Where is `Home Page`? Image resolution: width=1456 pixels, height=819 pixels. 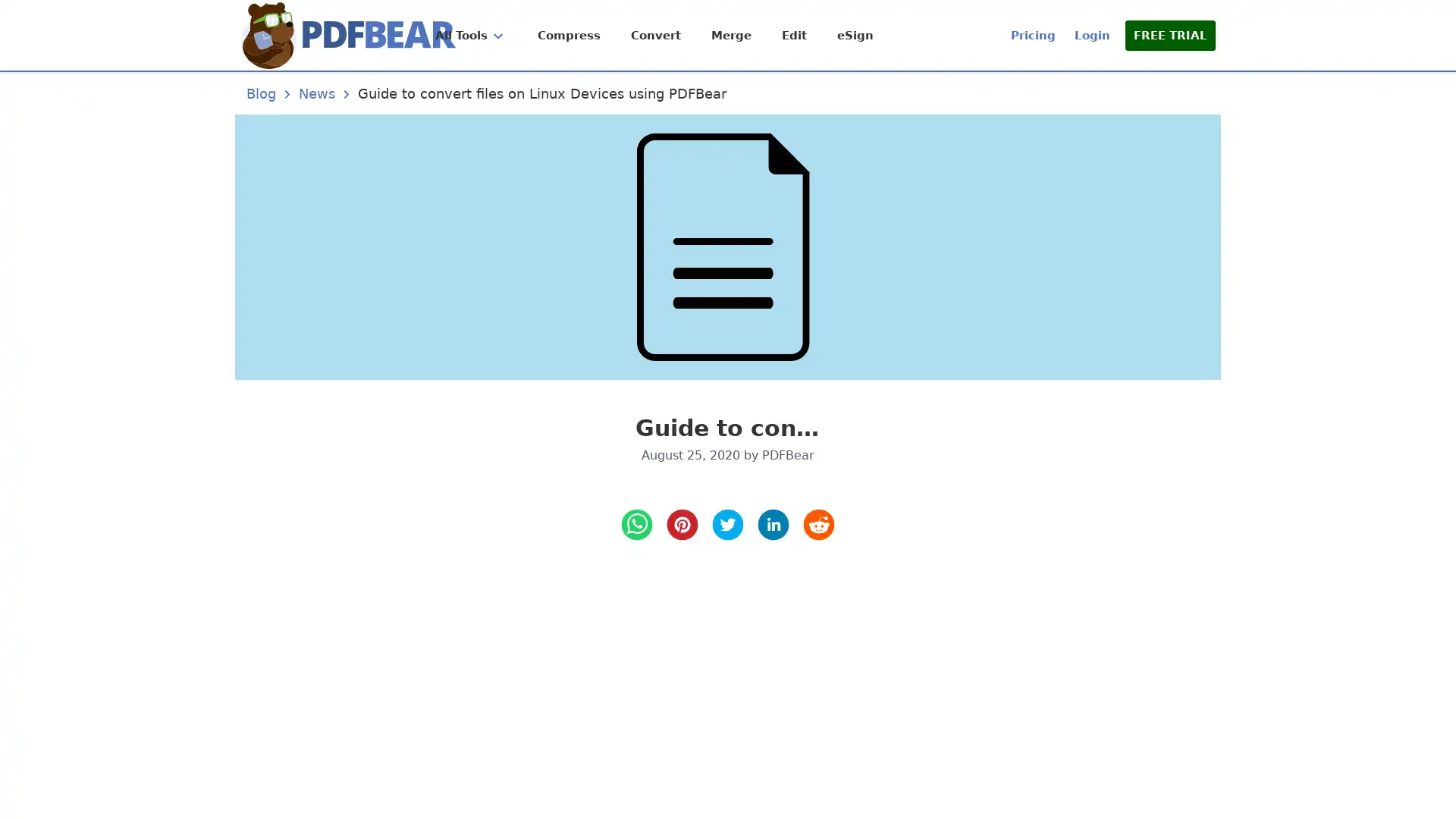 Home Page is located at coordinates (347, 34).